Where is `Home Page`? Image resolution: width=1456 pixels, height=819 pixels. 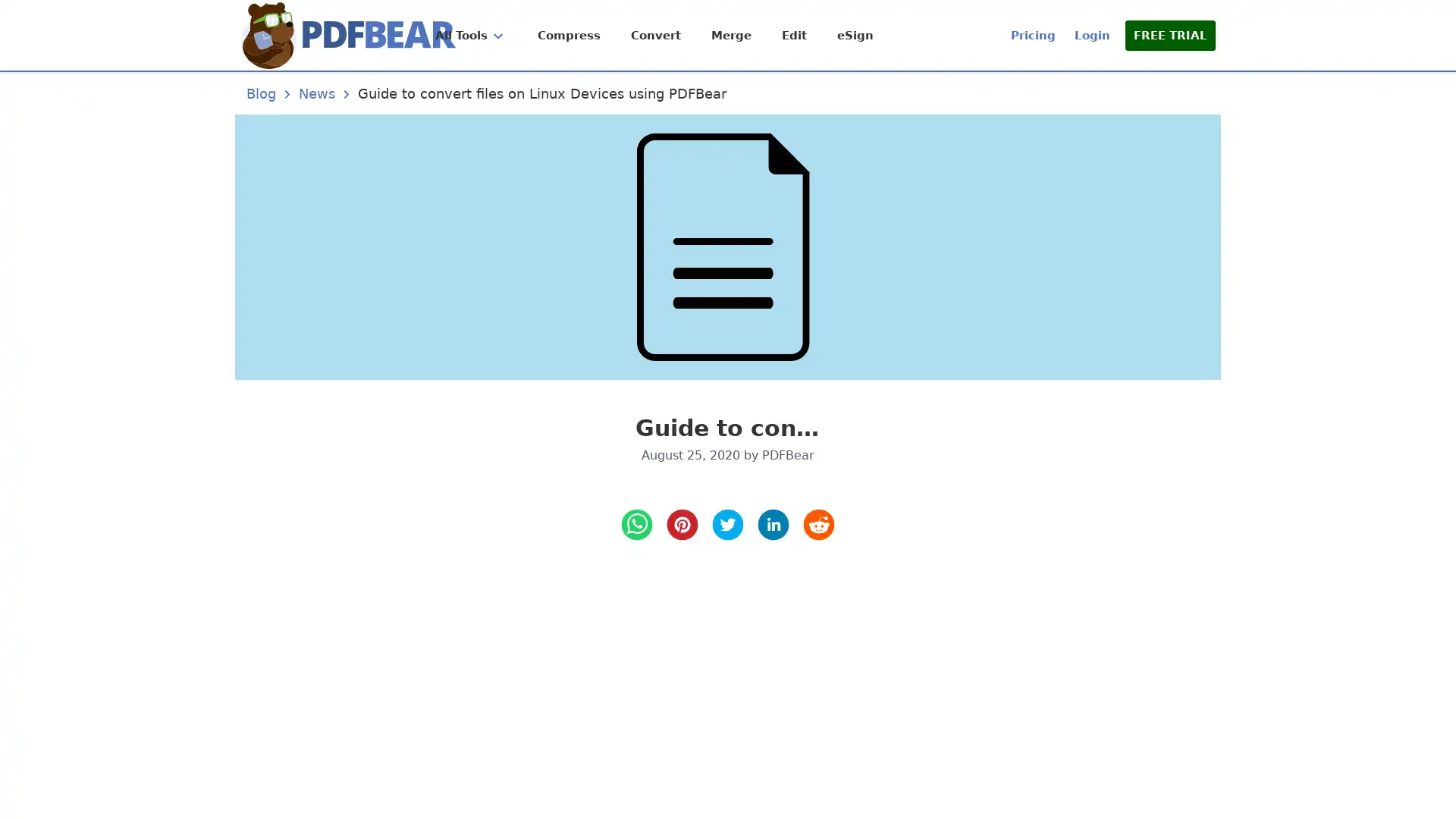 Home Page is located at coordinates (347, 34).